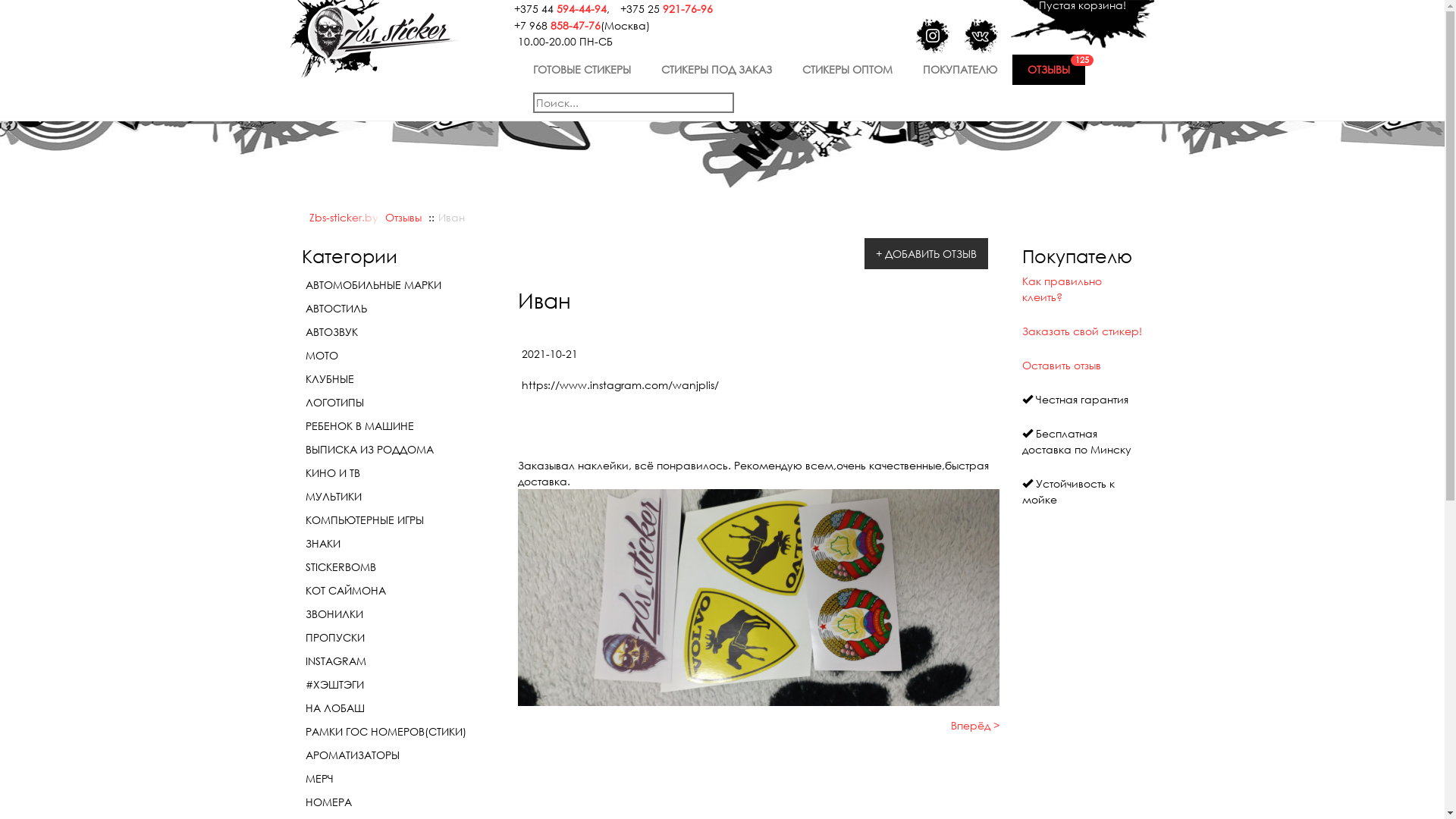 The width and height of the screenshot is (1456, 819). Describe the element at coordinates (662, 7) in the screenshot. I see `'+375 25 921-76-96'` at that location.